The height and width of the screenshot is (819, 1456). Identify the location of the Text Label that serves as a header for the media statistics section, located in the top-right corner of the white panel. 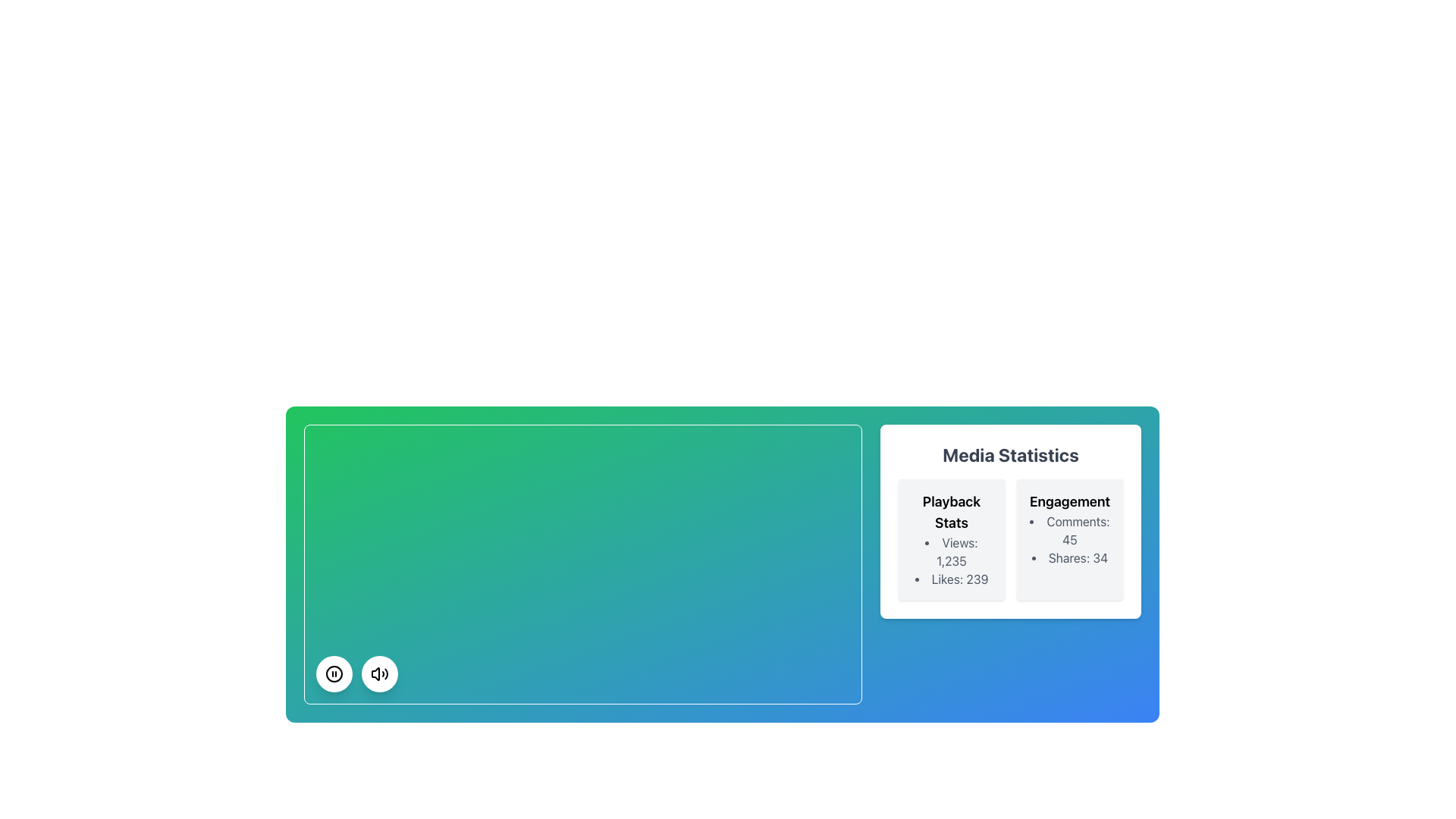
(1011, 454).